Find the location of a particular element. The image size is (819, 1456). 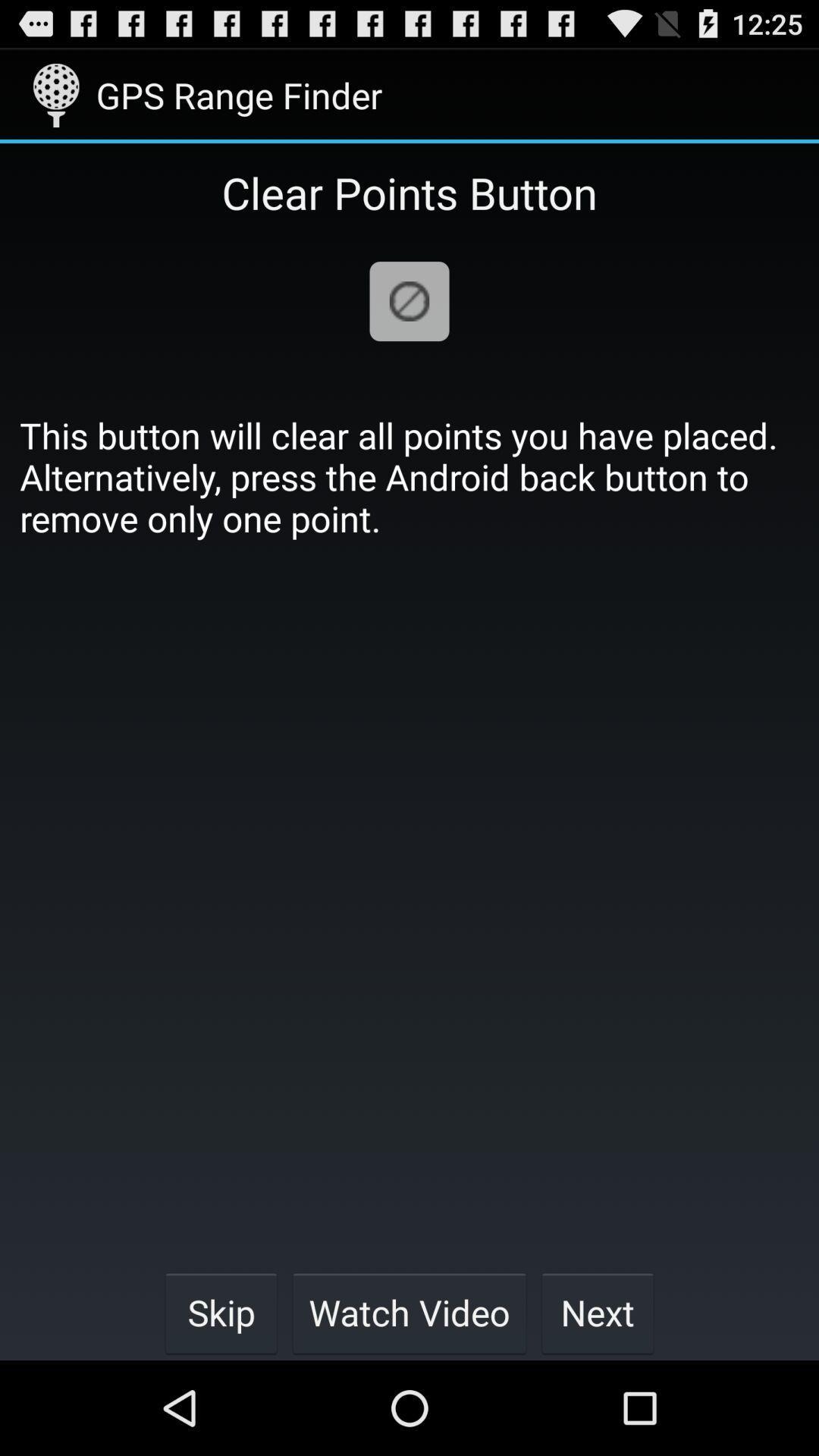

the icon below this button will item is located at coordinates (221, 1312).